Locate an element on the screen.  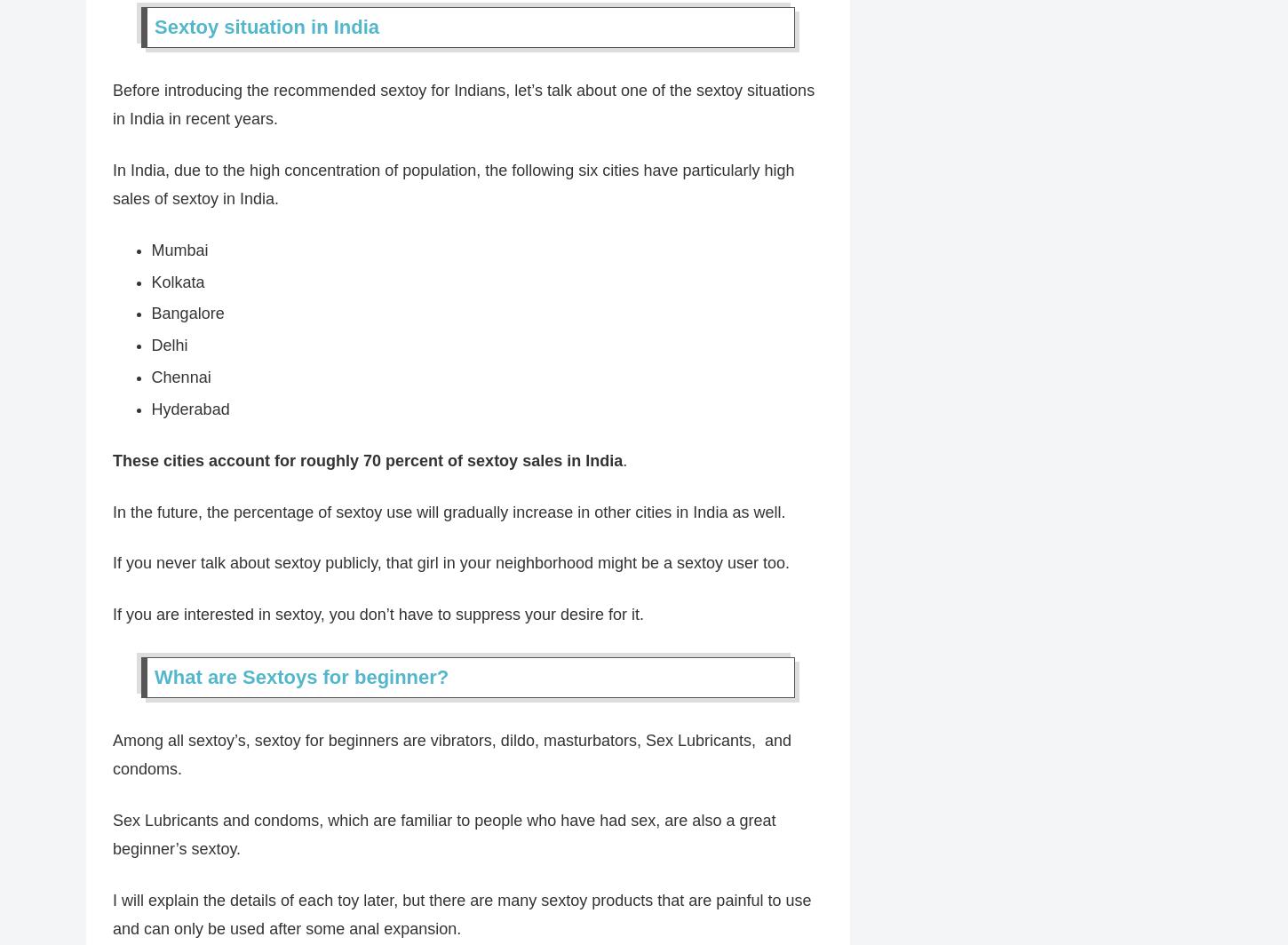
'Bangalore' is located at coordinates (186, 314).